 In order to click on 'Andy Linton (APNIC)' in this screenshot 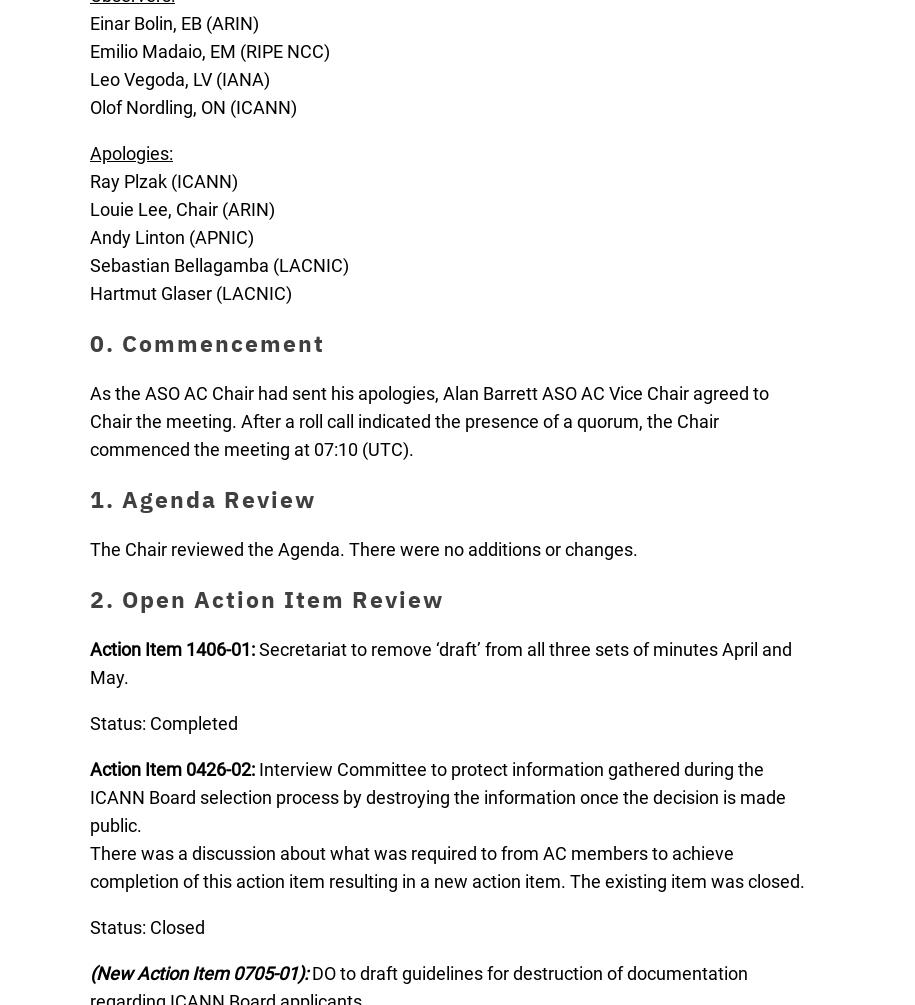, I will do `click(171, 236)`.